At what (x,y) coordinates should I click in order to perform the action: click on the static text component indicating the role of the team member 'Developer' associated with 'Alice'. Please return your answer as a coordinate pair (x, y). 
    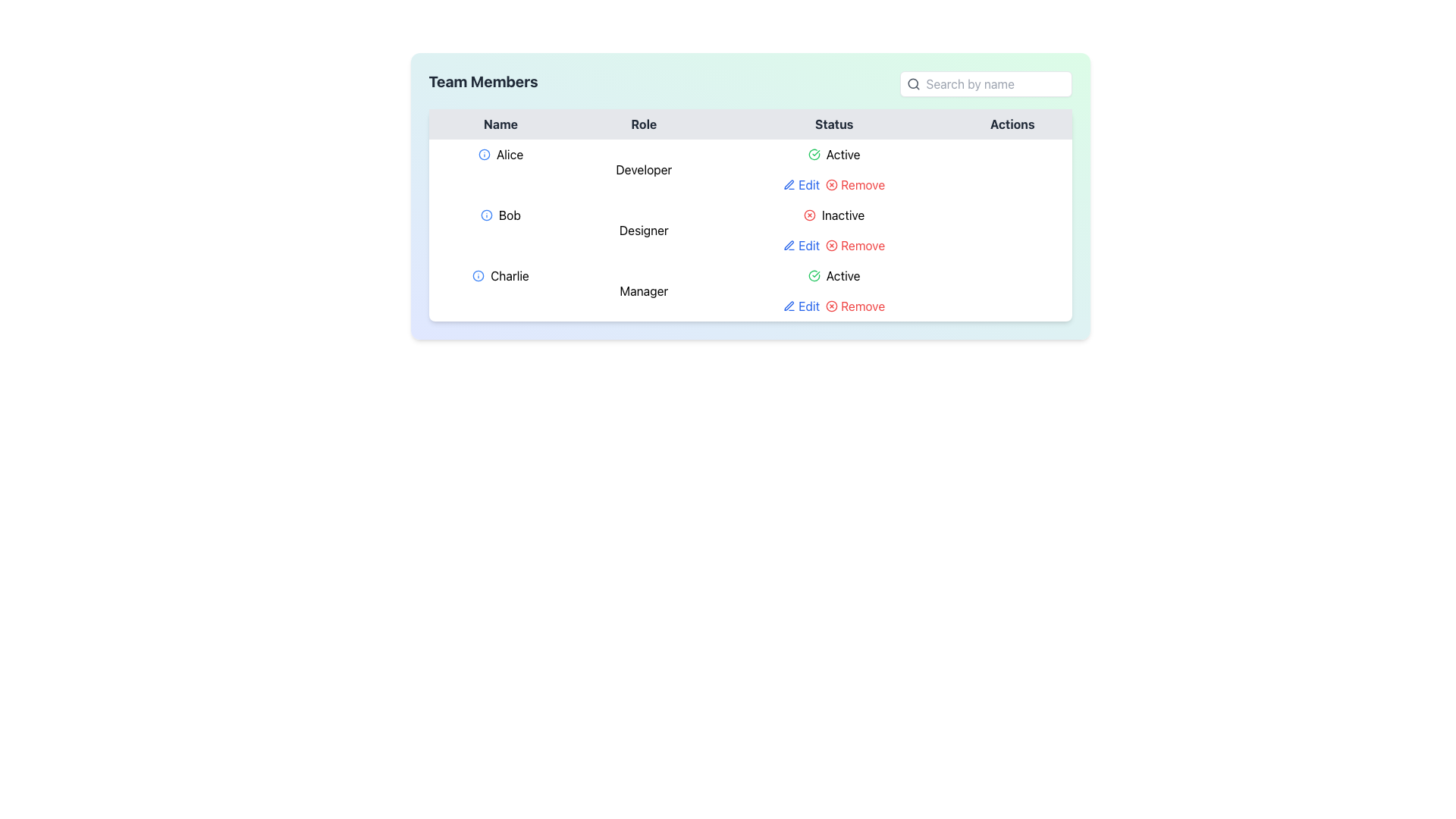
    Looking at the image, I should click on (644, 169).